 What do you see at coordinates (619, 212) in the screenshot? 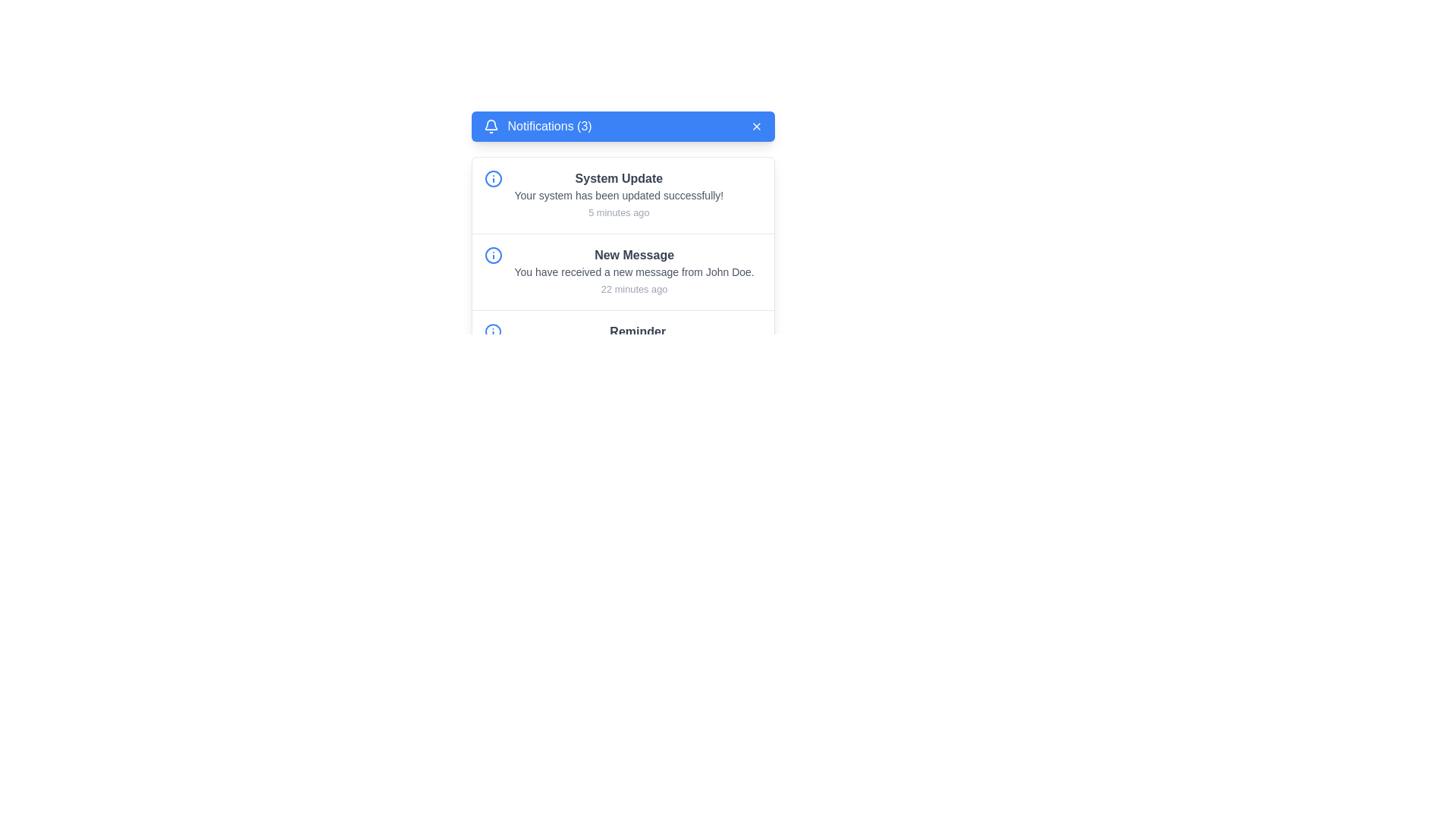
I see `the static text label that indicates the time elapsed since the associated system update notification occurred, located directly beneath the successful system update message` at bounding box center [619, 212].